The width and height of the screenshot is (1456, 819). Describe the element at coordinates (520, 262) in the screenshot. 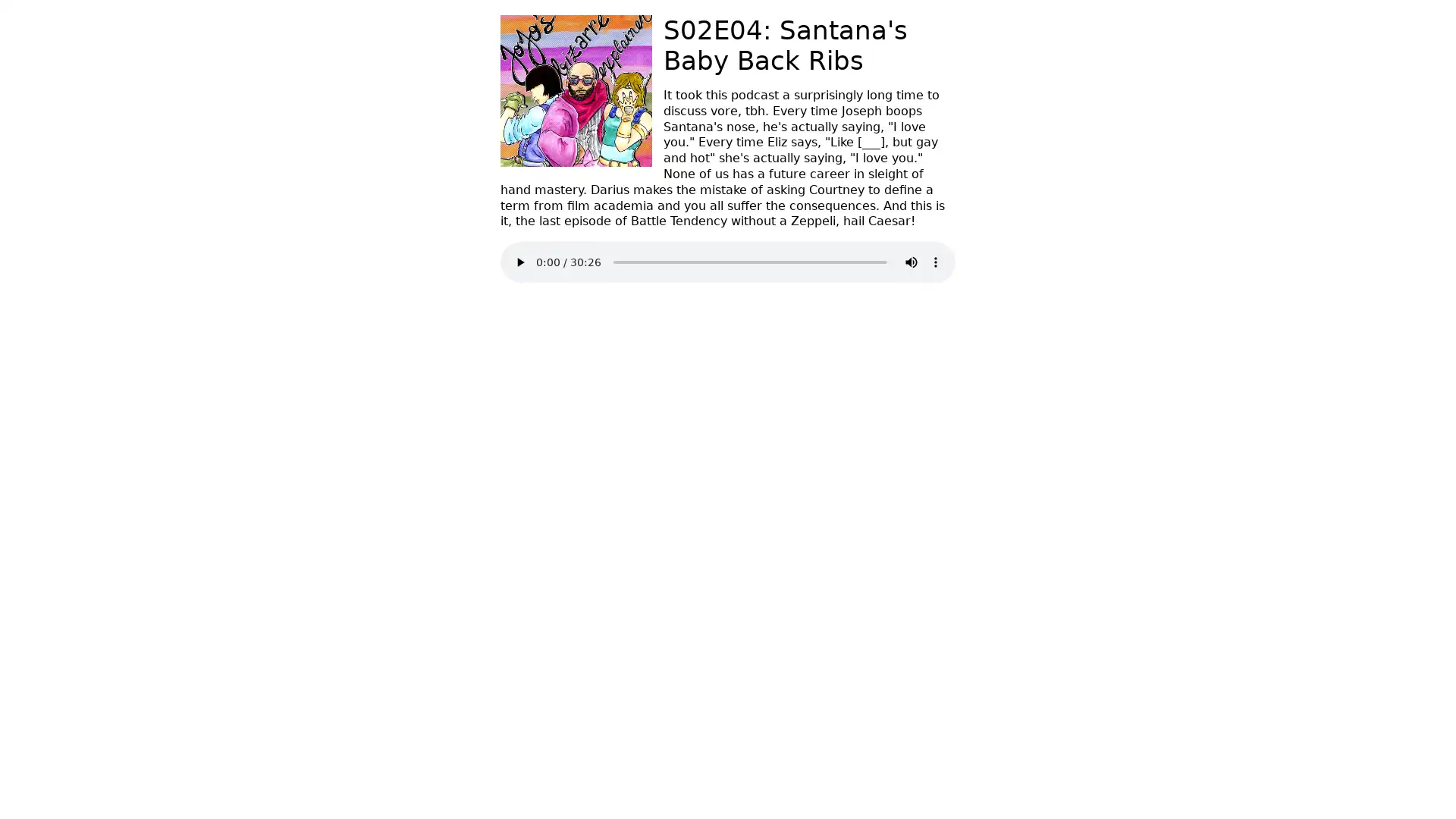

I see `play` at that location.